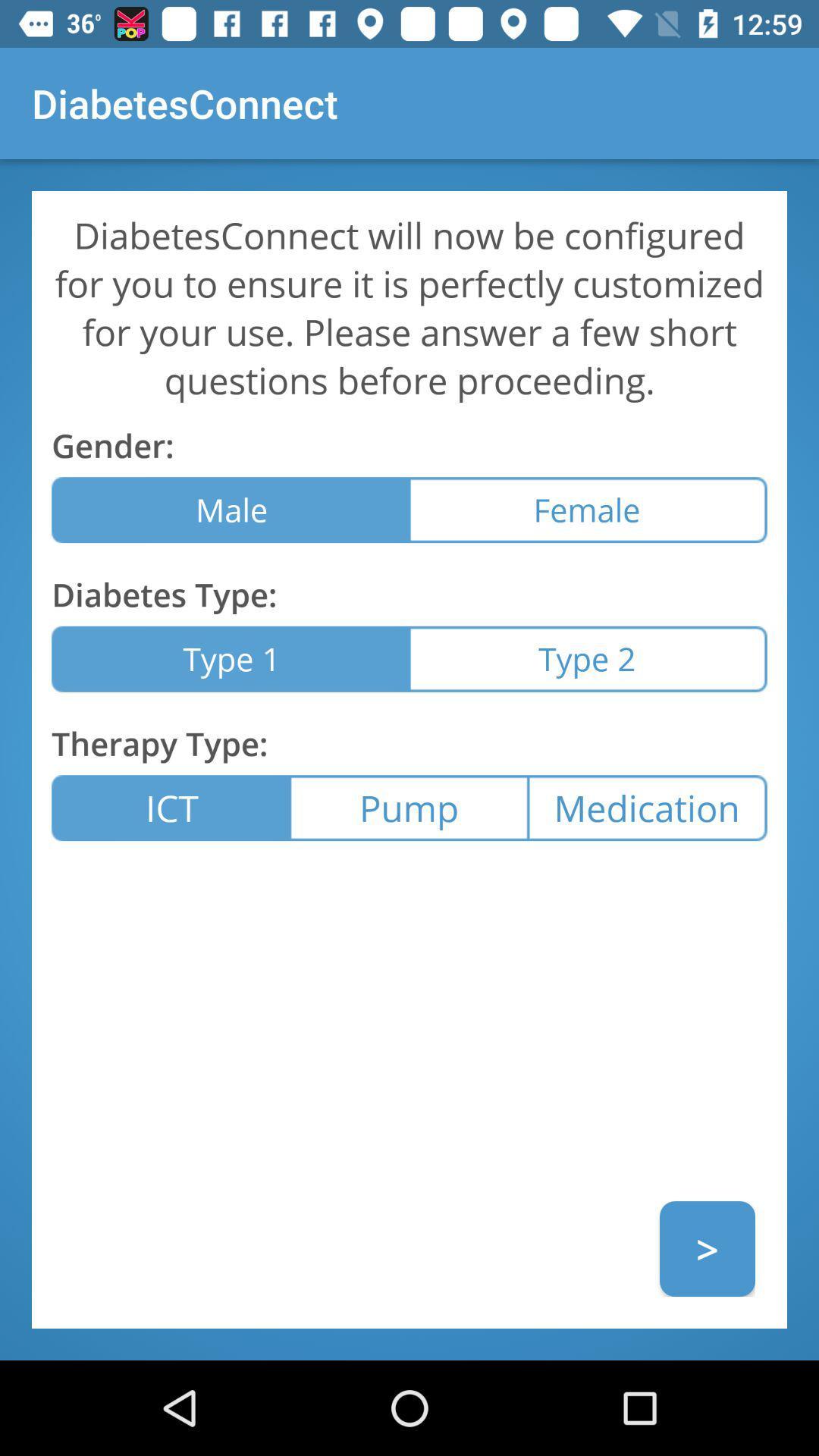 The width and height of the screenshot is (819, 1456). I want to click on pump, so click(408, 807).